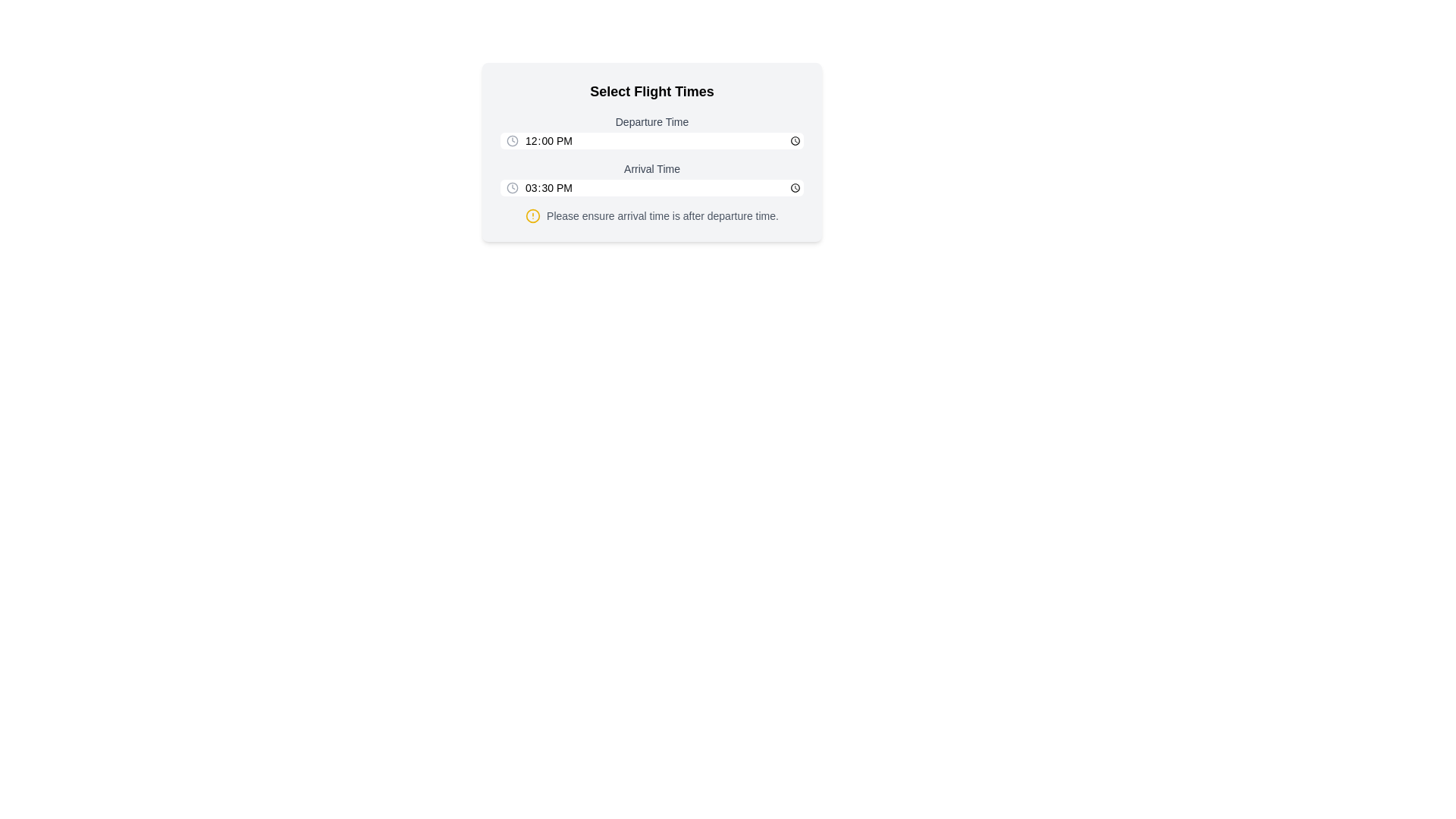  I want to click on the 'Arrival Time' label, which provides context for the following input field and is positioned directly above the related clock icon and input field, so click(651, 169).